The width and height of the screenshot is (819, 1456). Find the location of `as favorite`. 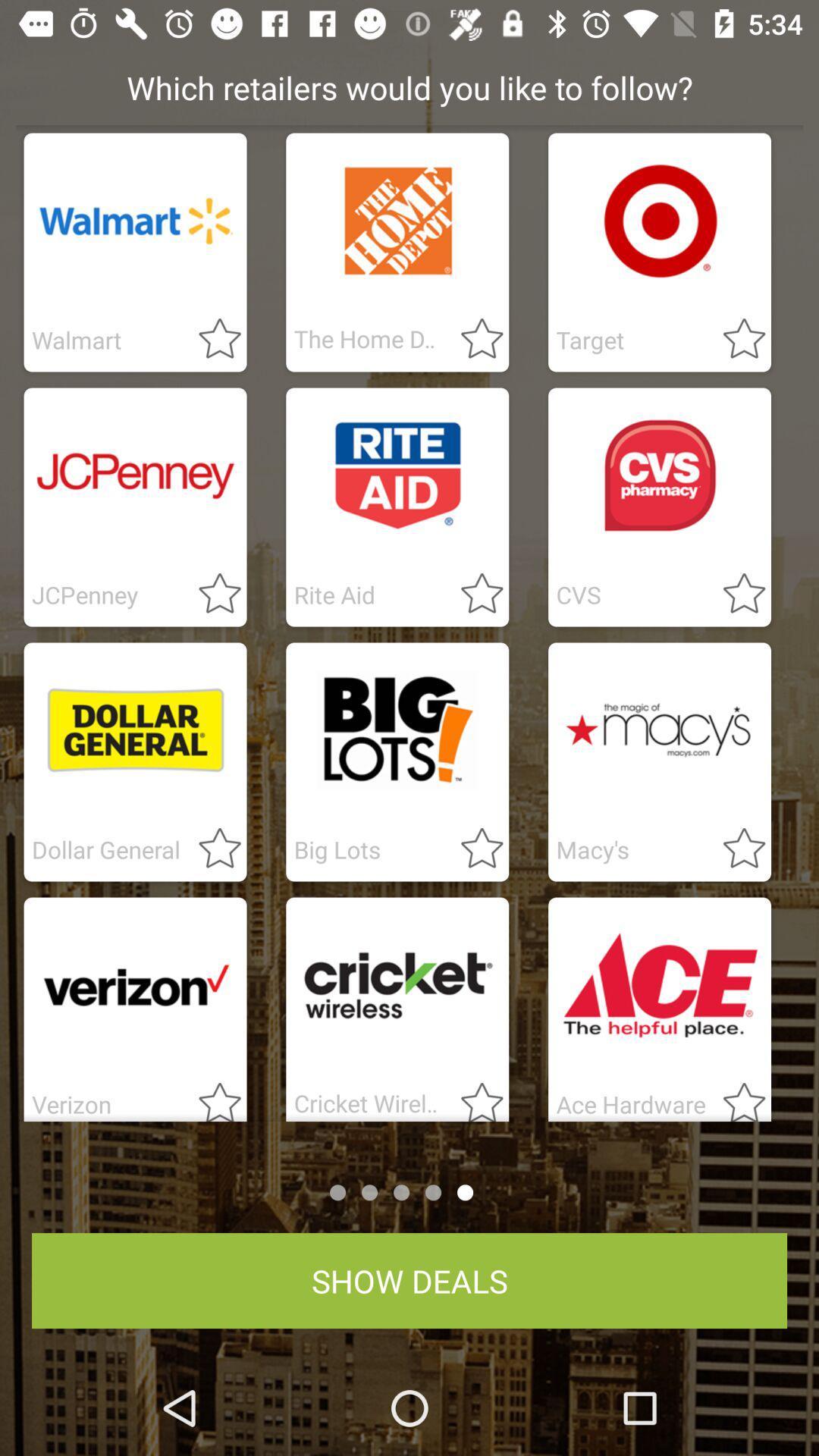

as favorite is located at coordinates (211, 1097).